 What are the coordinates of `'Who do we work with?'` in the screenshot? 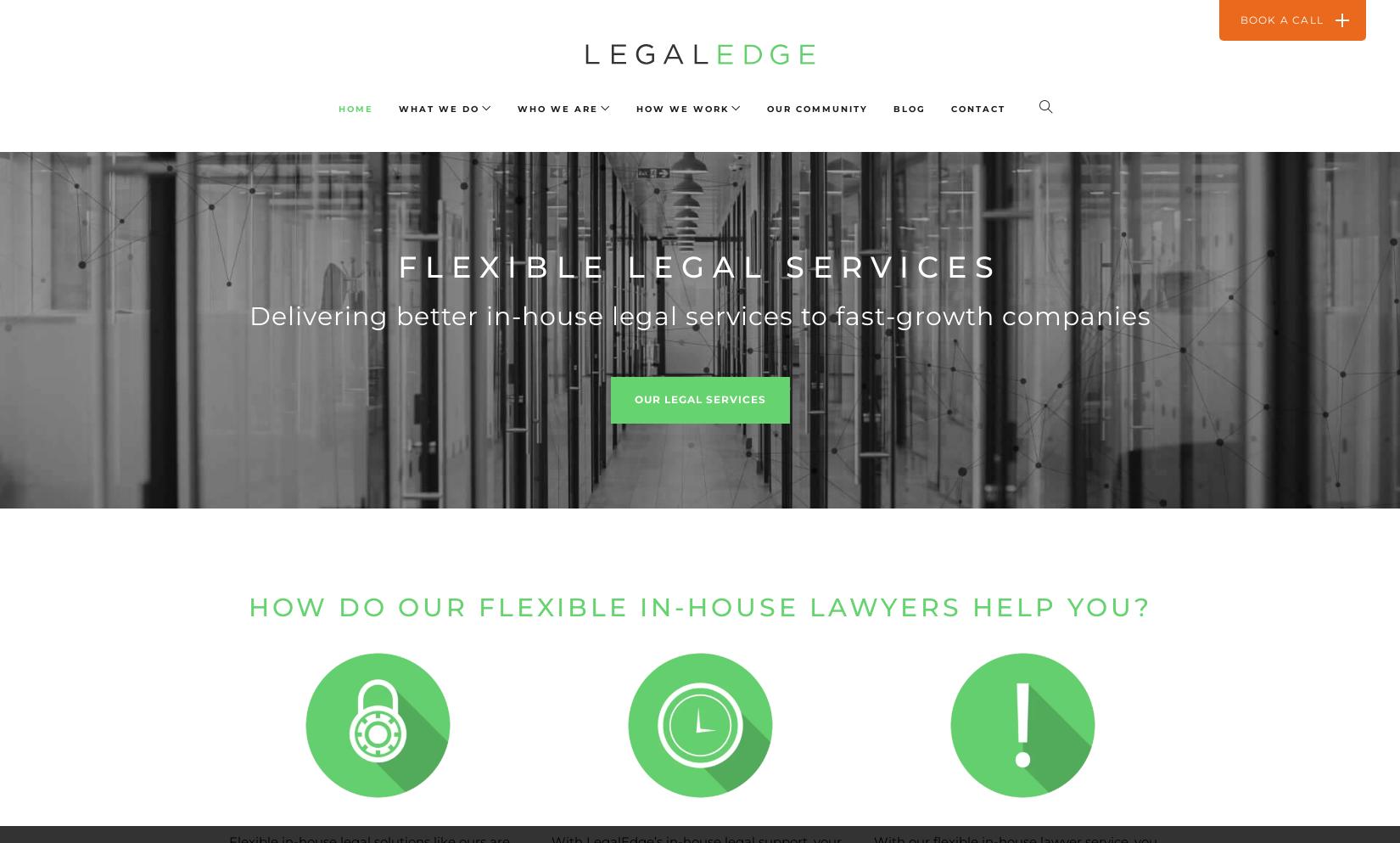 It's located at (698, 466).